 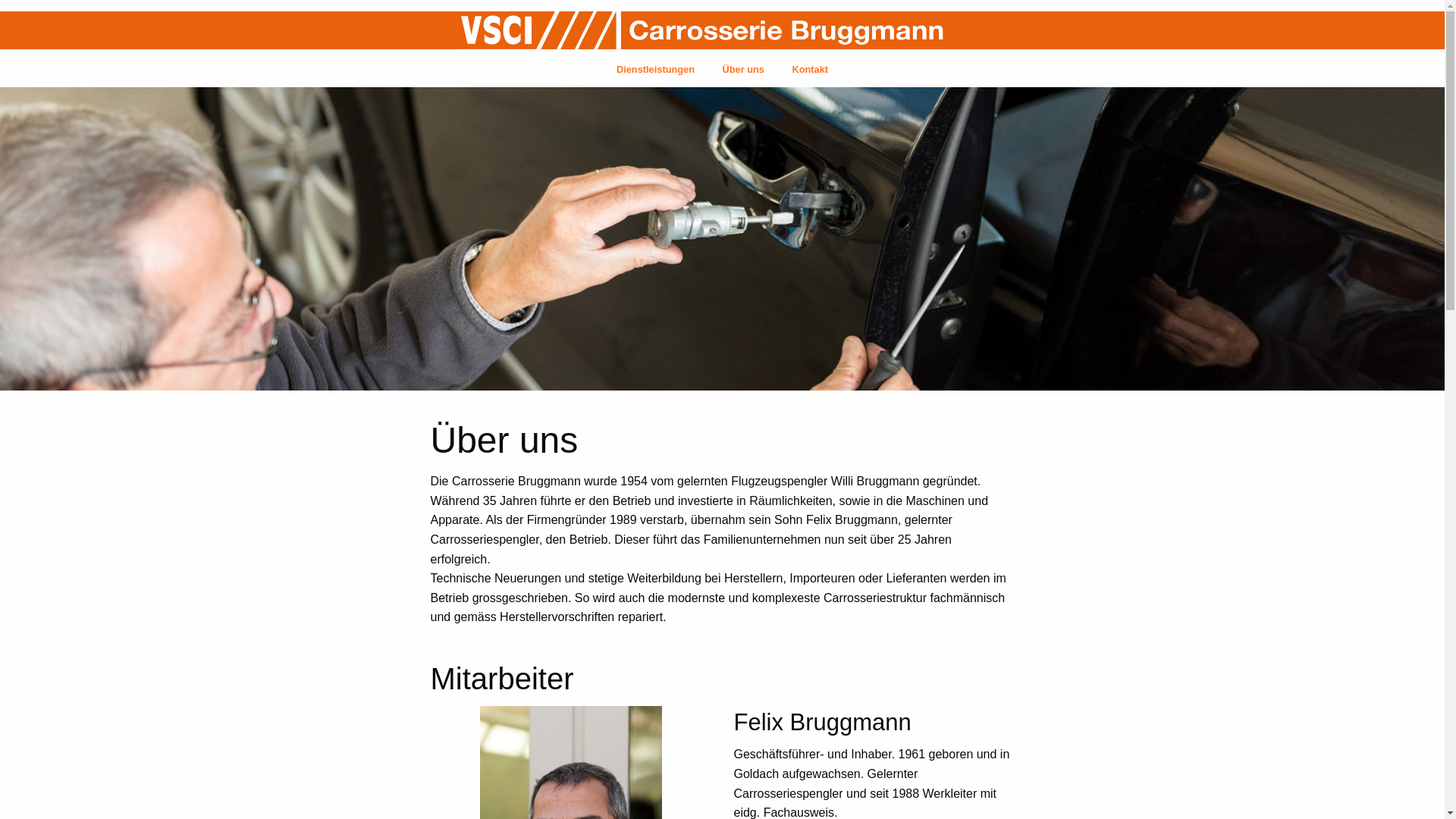 What do you see at coordinates (808, 70) in the screenshot?
I see `'Kontakt'` at bounding box center [808, 70].